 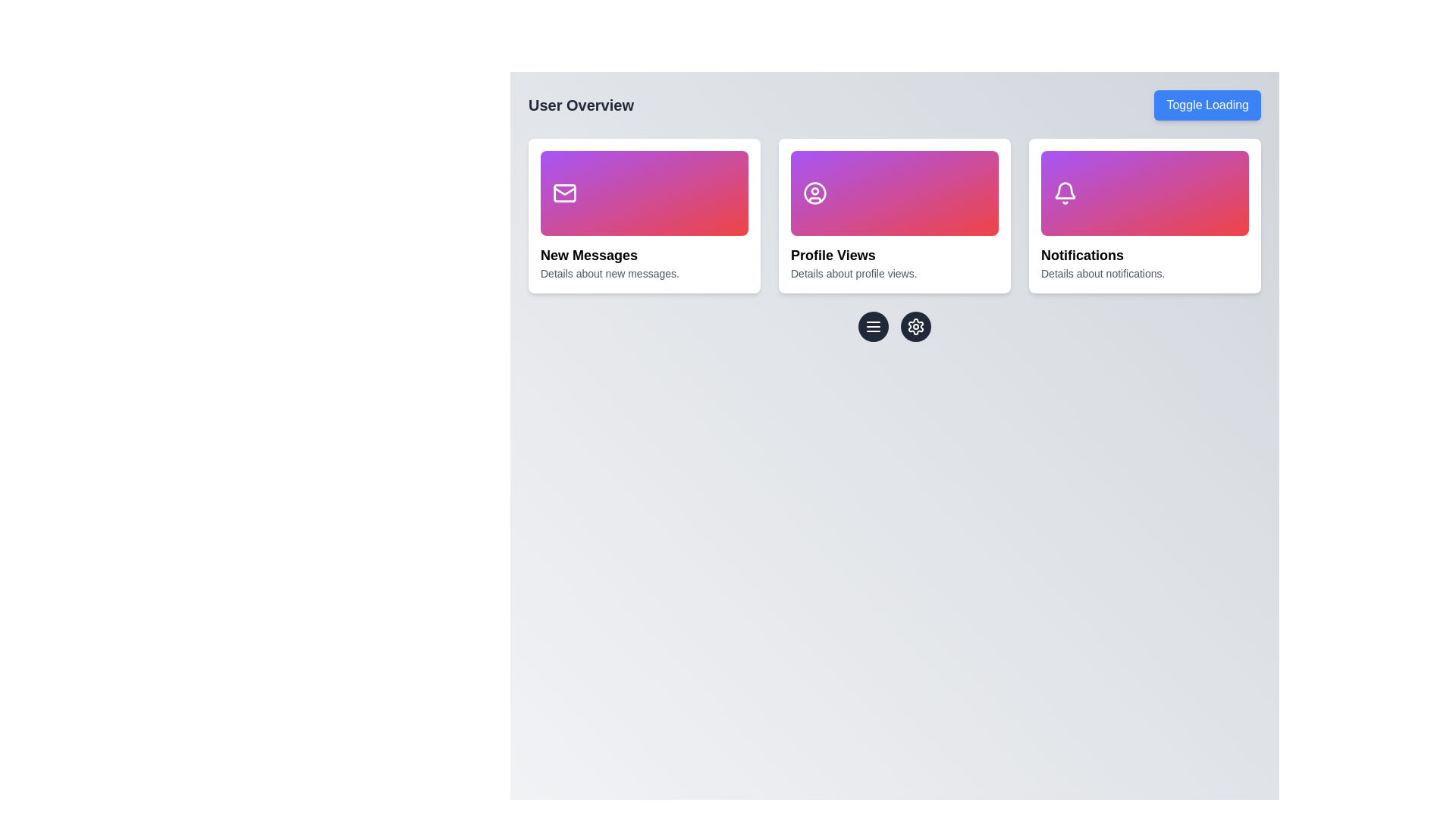 What do you see at coordinates (1081, 254) in the screenshot?
I see `the 'Notifications' text label, which is bold and black, located under the bell icon and above the 'Details about notifications.' text in the third column of the information cards` at bounding box center [1081, 254].